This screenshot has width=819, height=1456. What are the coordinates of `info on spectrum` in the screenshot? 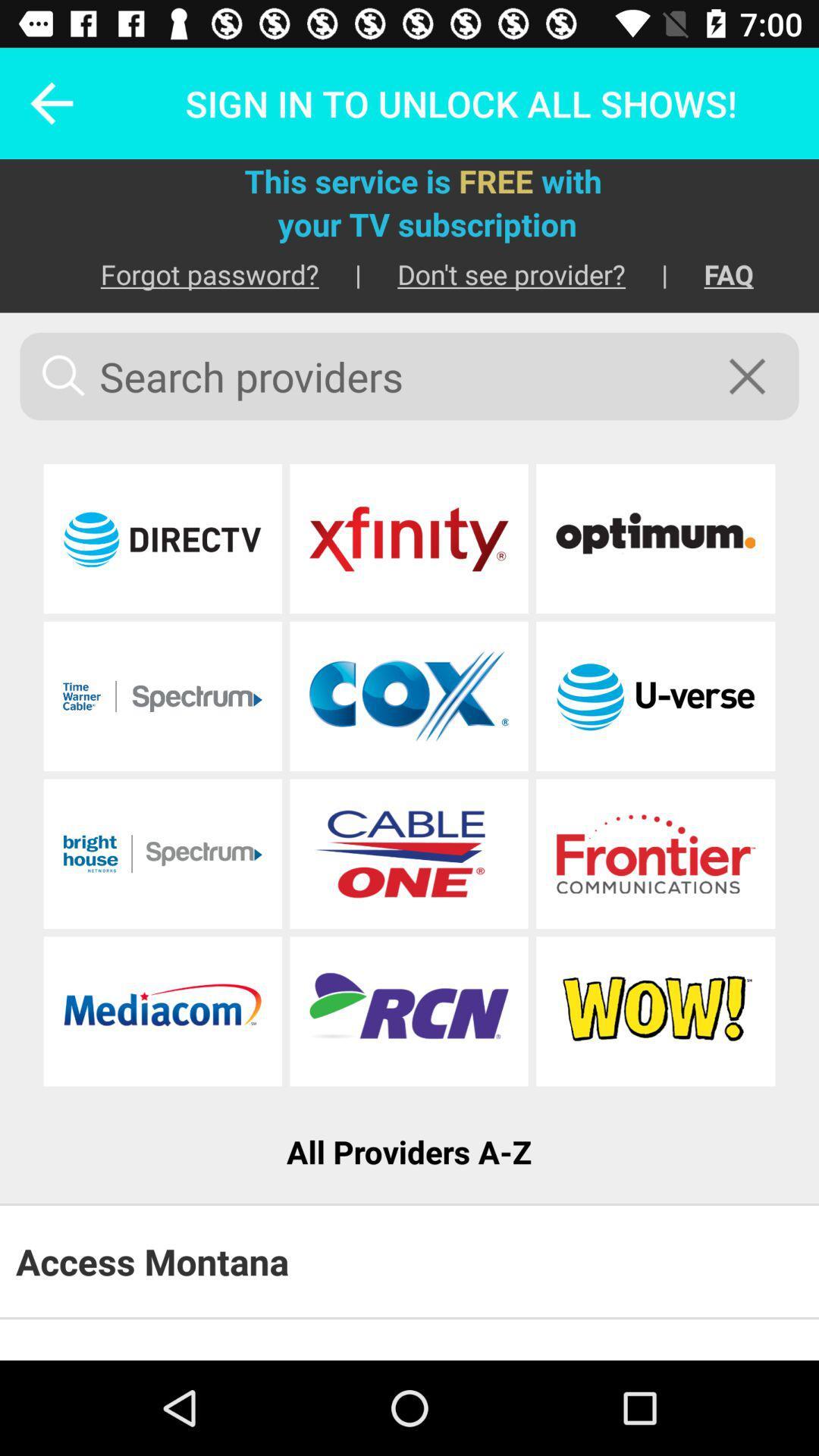 It's located at (162, 854).